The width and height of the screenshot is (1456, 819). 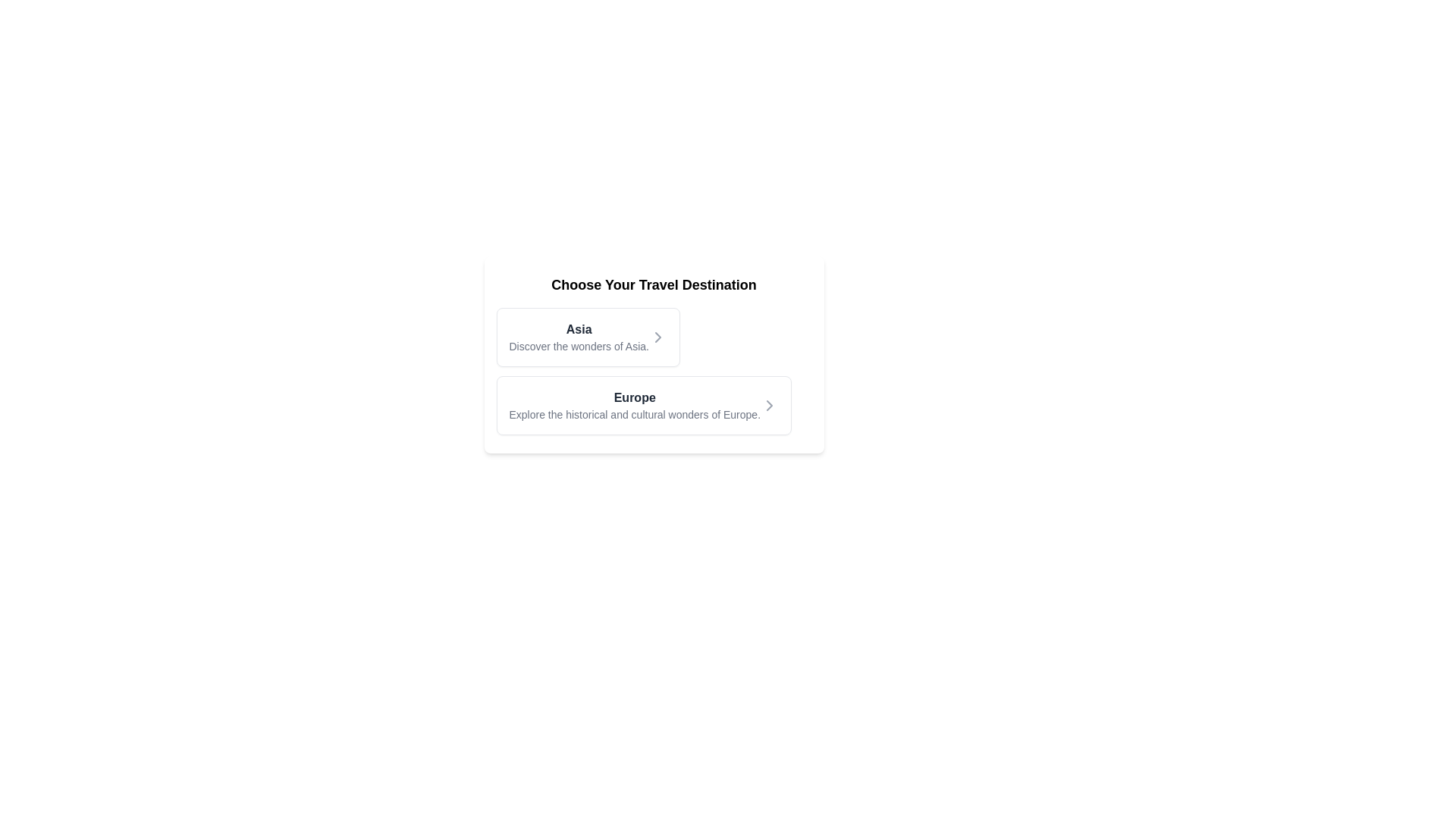 What do you see at coordinates (578, 336) in the screenshot?
I see `the Text Information Block that provides the name and tagline for the Asia travel category, positioned at the top of the travel destinations list` at bounding box center [578, 336].